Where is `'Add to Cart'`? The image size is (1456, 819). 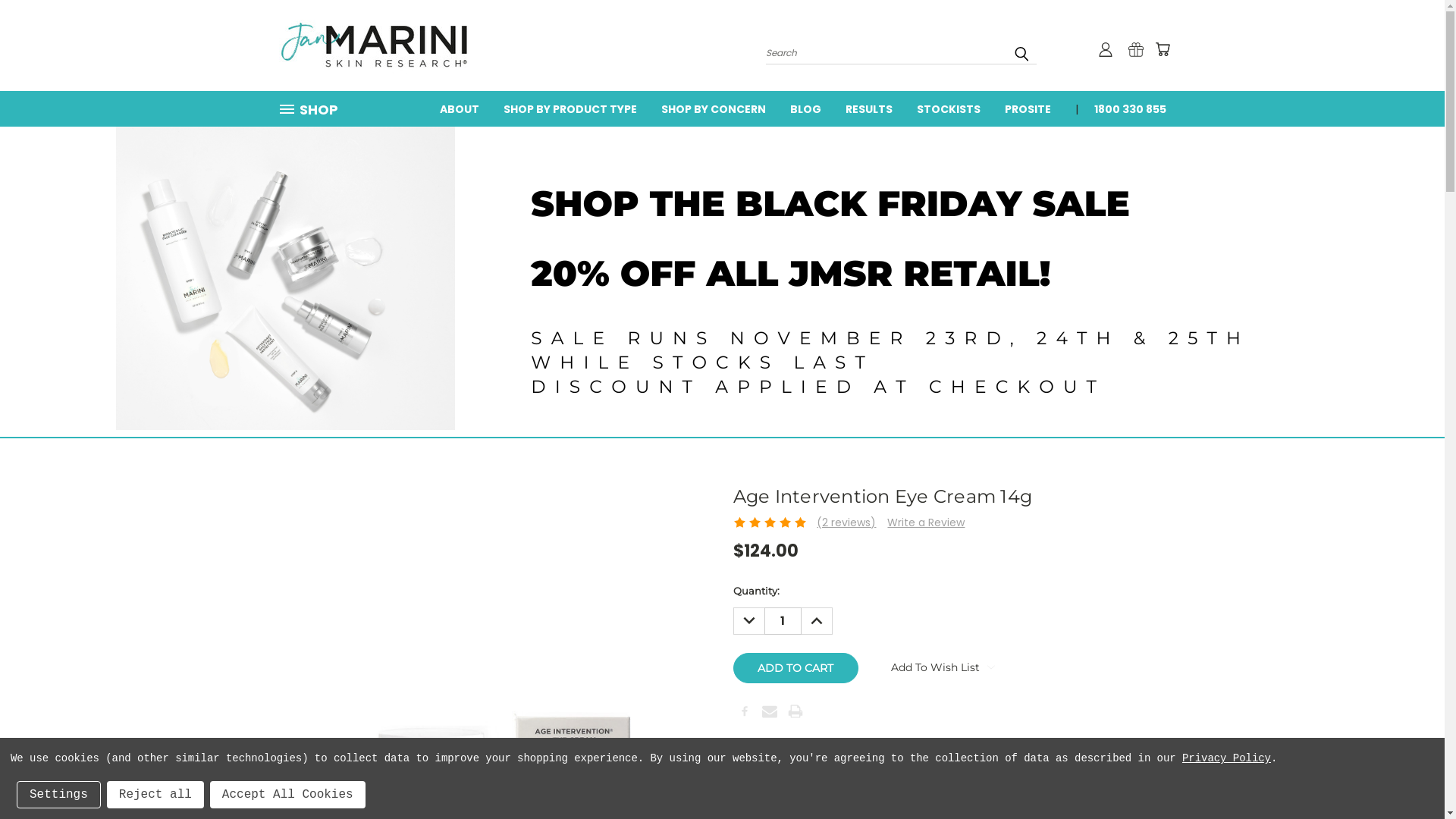
'Add to Cart' is located at coordinates (795, 667).